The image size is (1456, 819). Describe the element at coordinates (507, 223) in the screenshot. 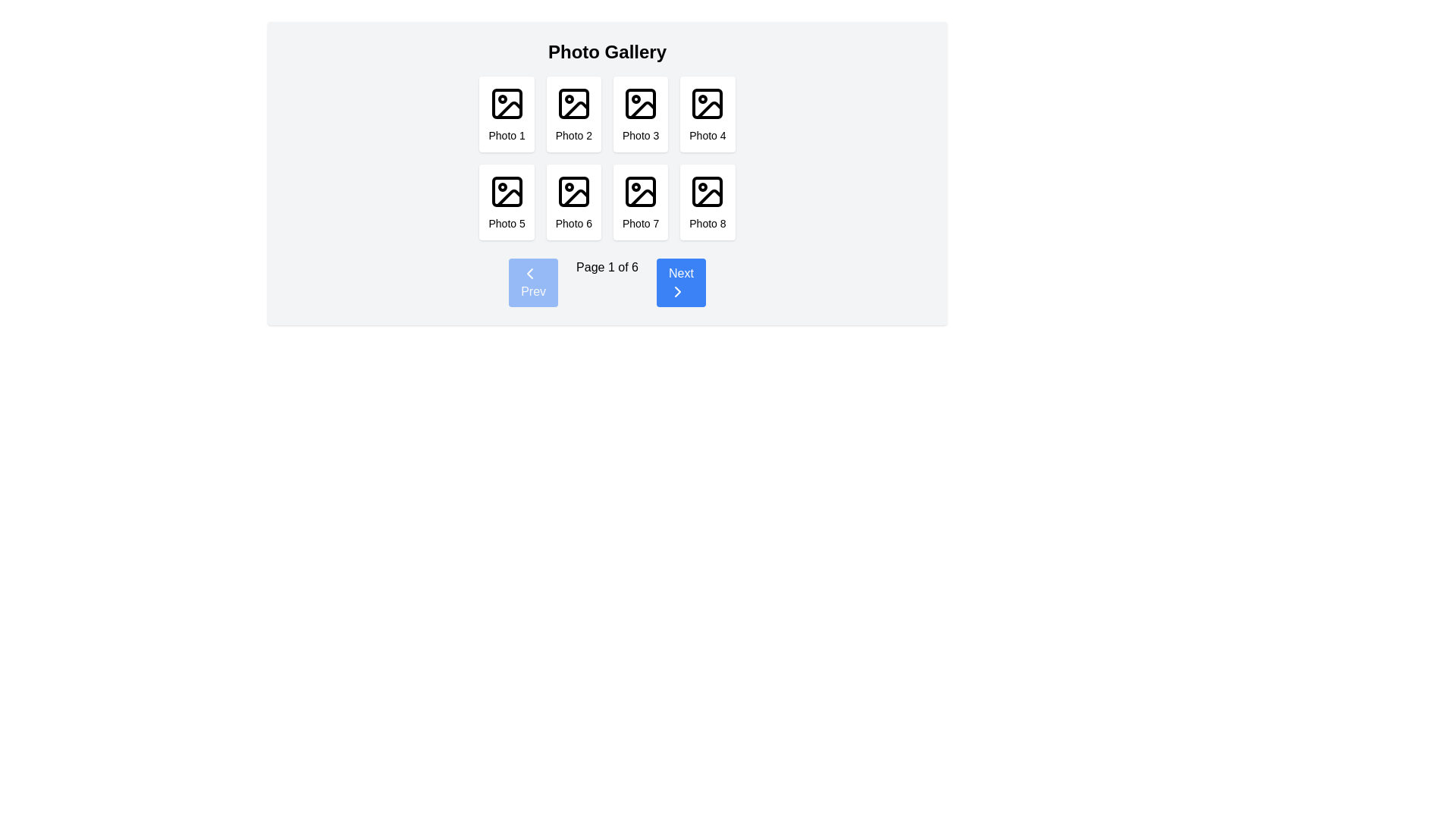

I see `the label displaying the text 'Photo 5', which is located below the picture placeholder icon in the photo gallery grid layout` at that location.